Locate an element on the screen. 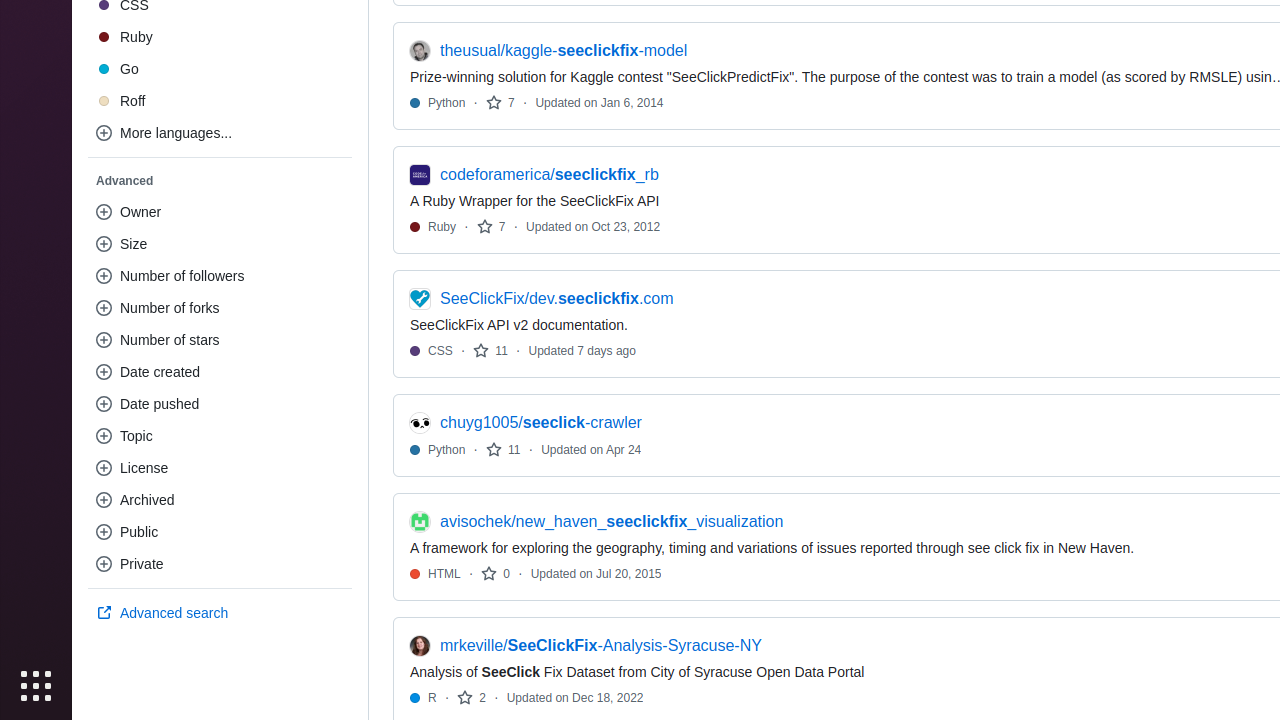 Image resolution: width=1280 pixels, height=720 pixels. 'More languages...' is located at coordinates (220, 132).